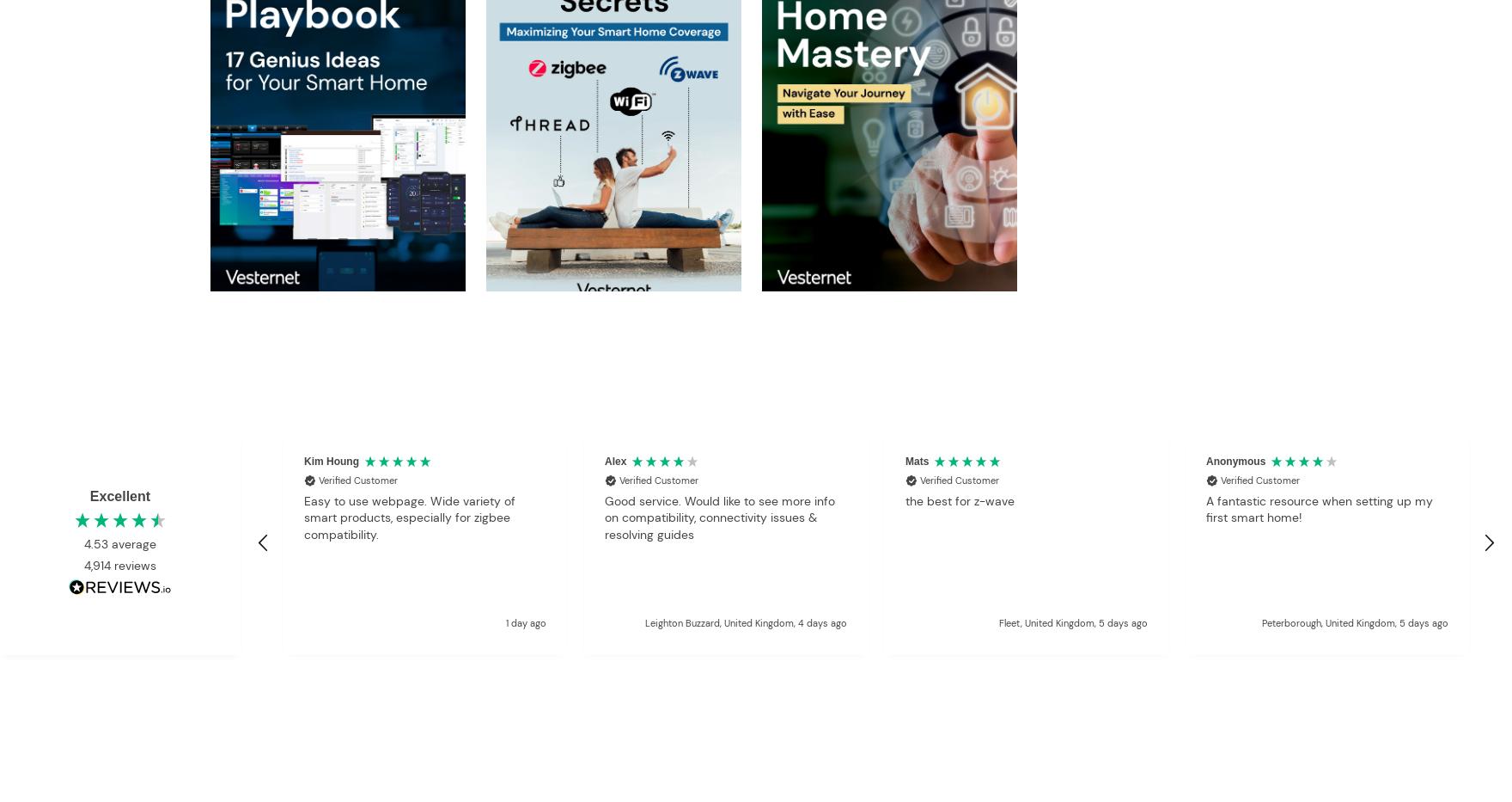  Describe the element at coordinates (409, 517) in the screenshot. I see `'Easy to use webpage. Wide variety of smart products, especially for zigbee compatibility.'` at that location.